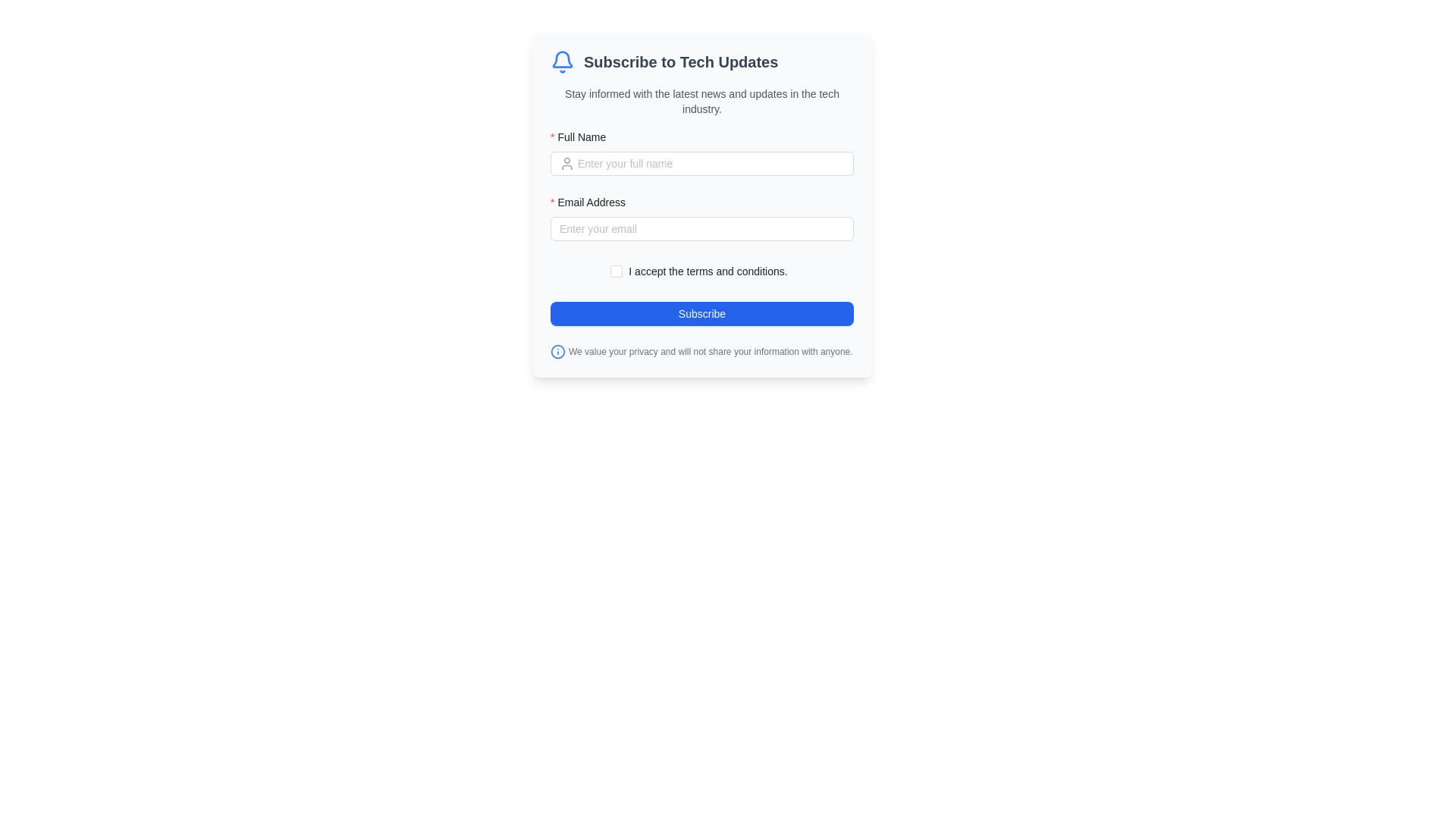 The height and width of the screenshot is (819, 1456). What do you see at coordinates (680, 61) in the screenshot?
I see `prominent text element that states 'Subscribe to Tech Updates.' It is styled in bold, extra-large gray text and located in the header of a form card, to the right of a notification bell icon` at bounding box center [680, 61].